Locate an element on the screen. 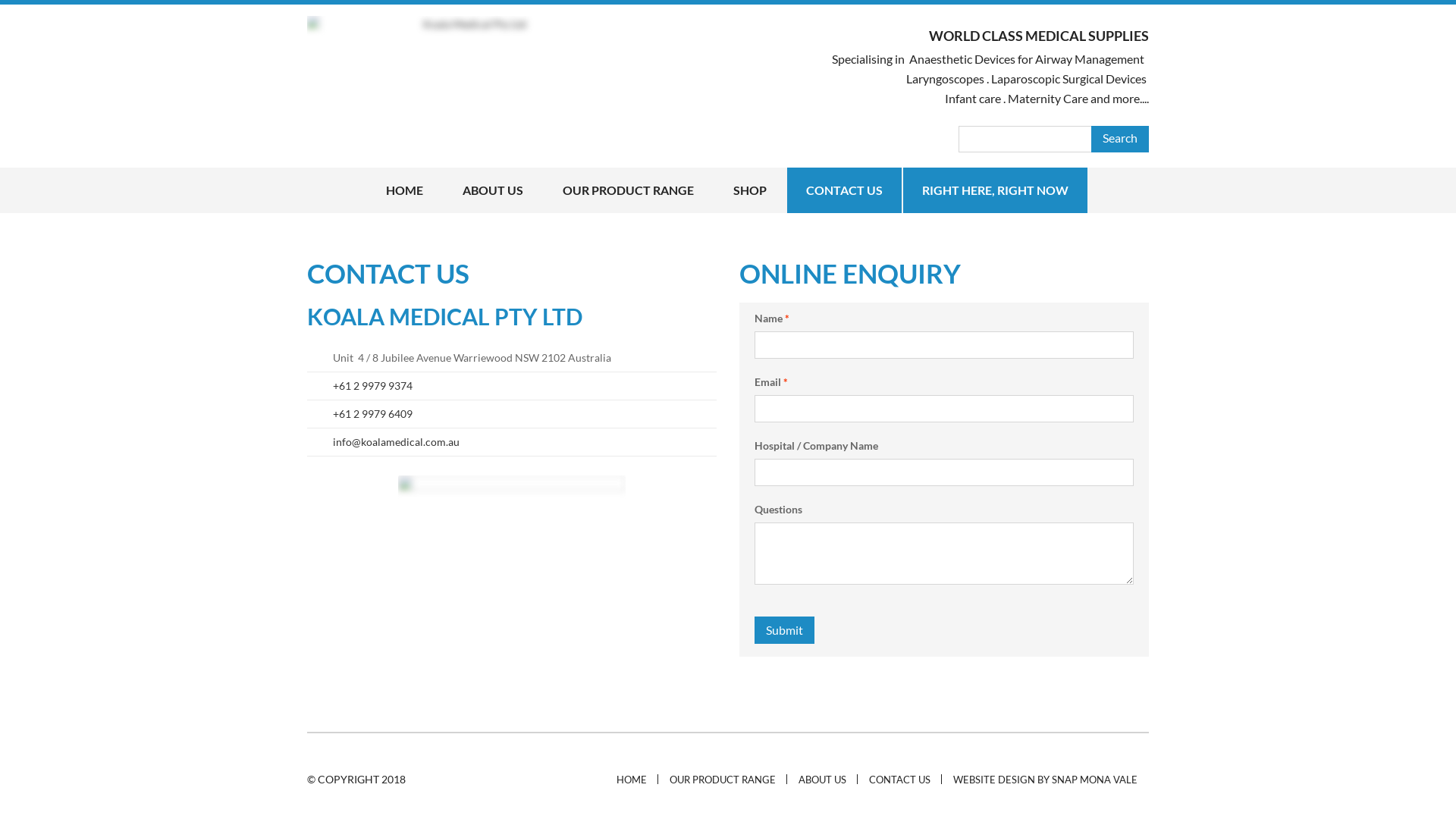 The image size is (1456, 819). 'Submit' is located at coordinates (754, 629).